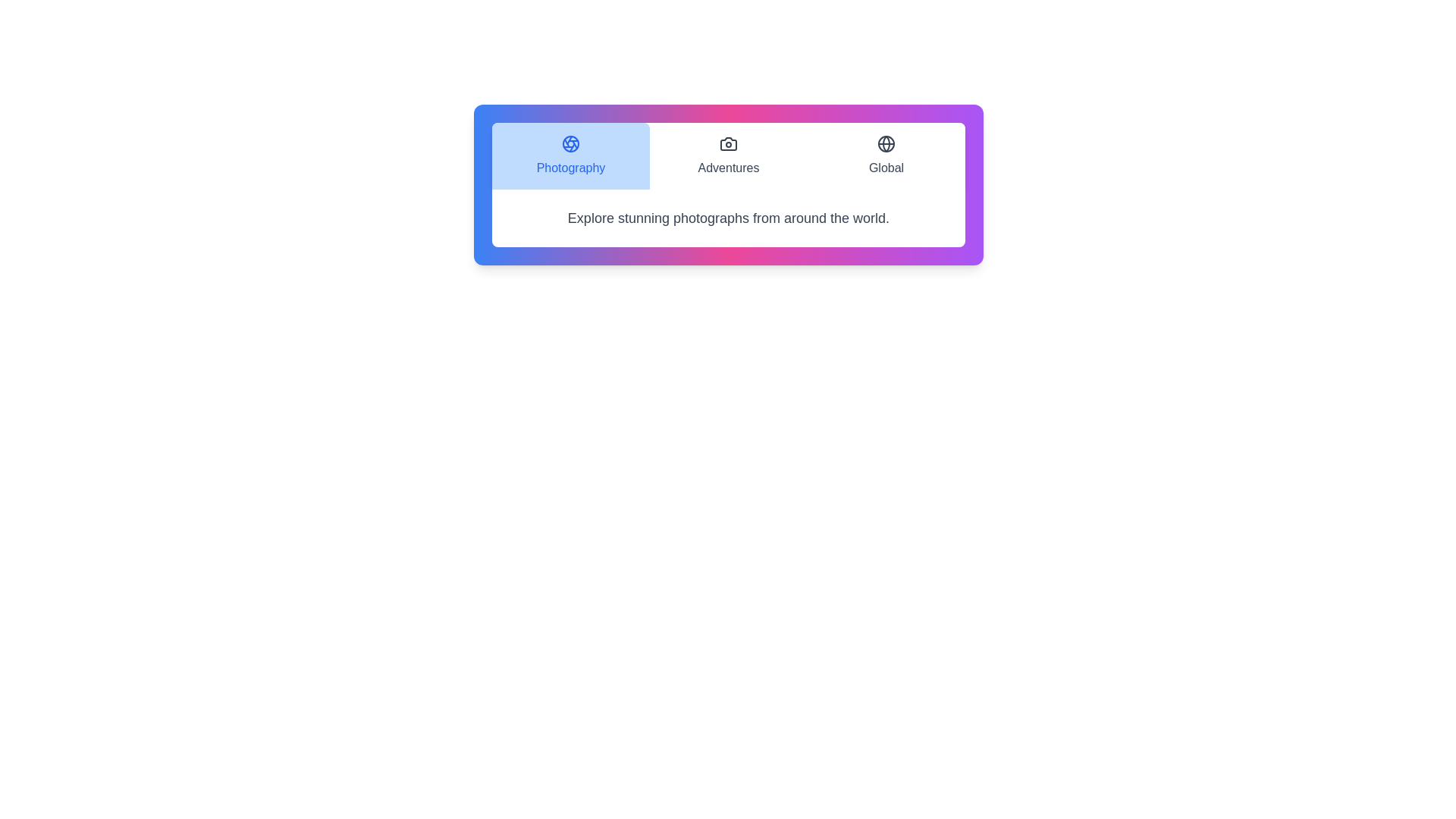  I want to click on on the text label reading 'Adventures', which is centrally located below a camera icon and part of a button-like structure with rounded corners, so click(728, 168).